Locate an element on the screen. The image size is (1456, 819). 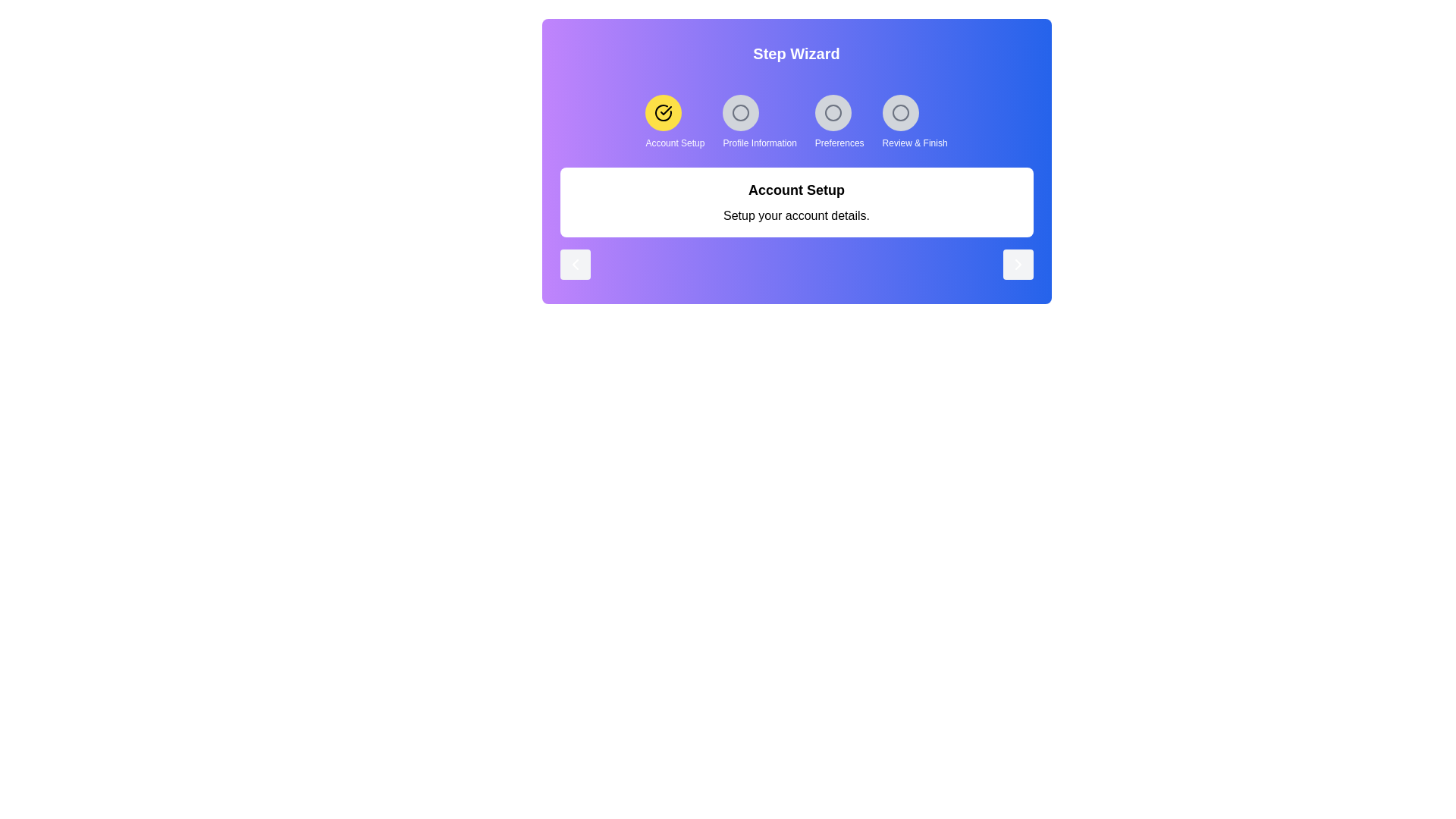
the 'Back' button to navigate to the previous step is located at coordinates (574, 263).